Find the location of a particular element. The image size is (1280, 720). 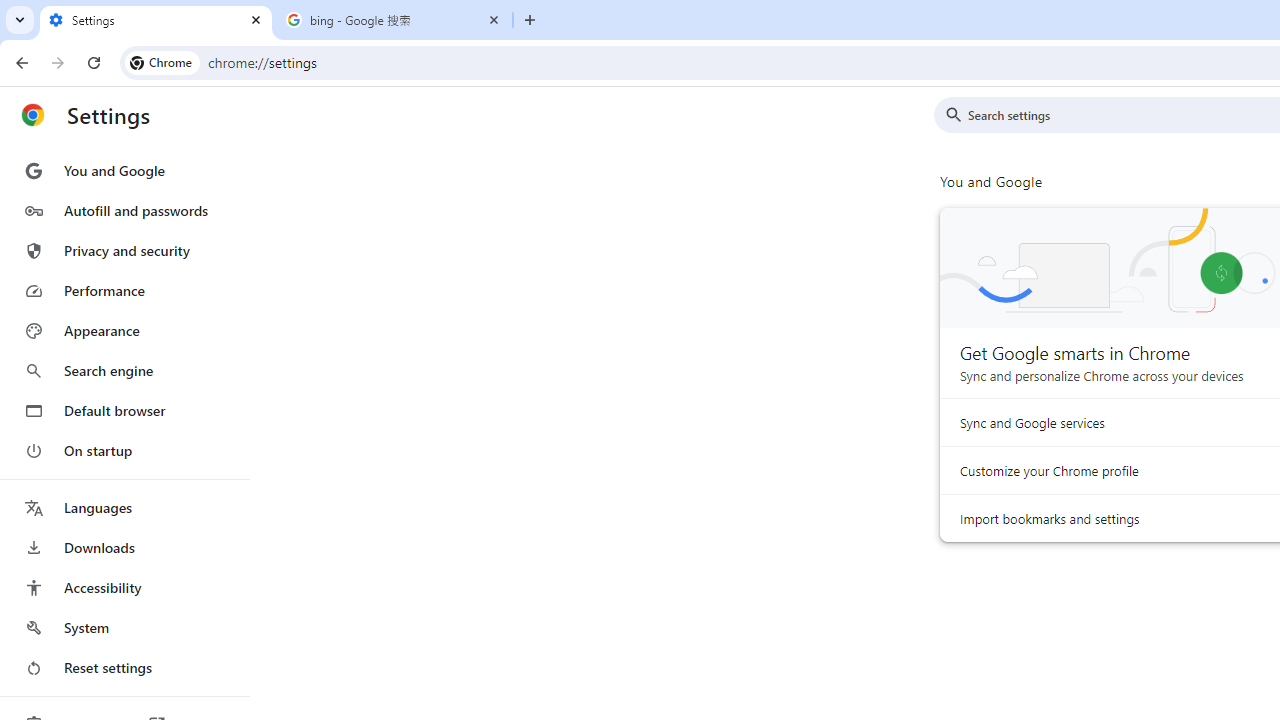

'Downloads' is located at coordinates (123, 547).